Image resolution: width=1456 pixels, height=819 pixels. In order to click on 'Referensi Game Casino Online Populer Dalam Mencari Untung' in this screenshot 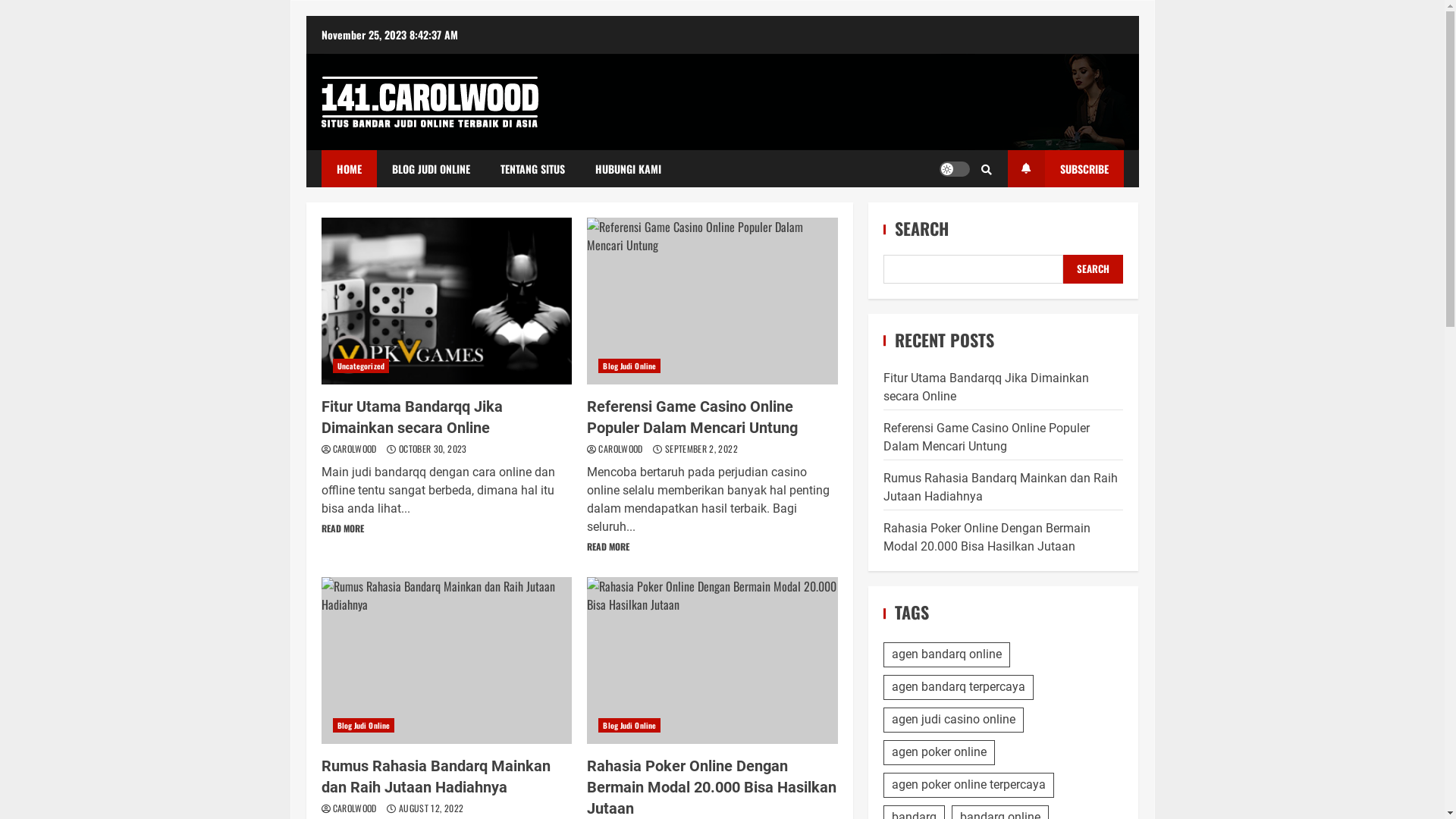, I will do `click(691, 417)`.